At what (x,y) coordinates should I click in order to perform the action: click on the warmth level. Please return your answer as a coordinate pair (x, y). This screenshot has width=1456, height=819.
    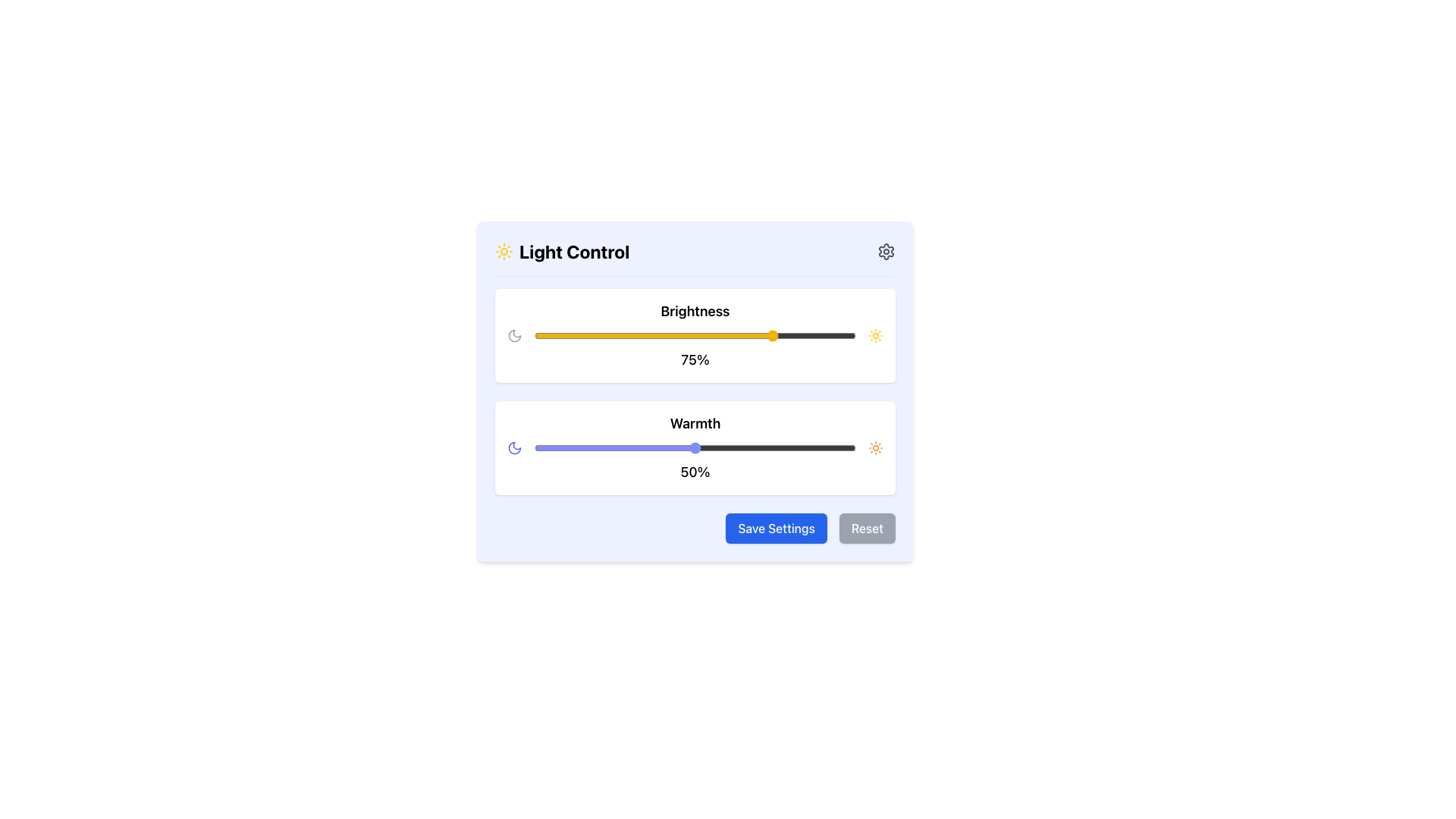
    Looking at the image, I should click on (813, 447).